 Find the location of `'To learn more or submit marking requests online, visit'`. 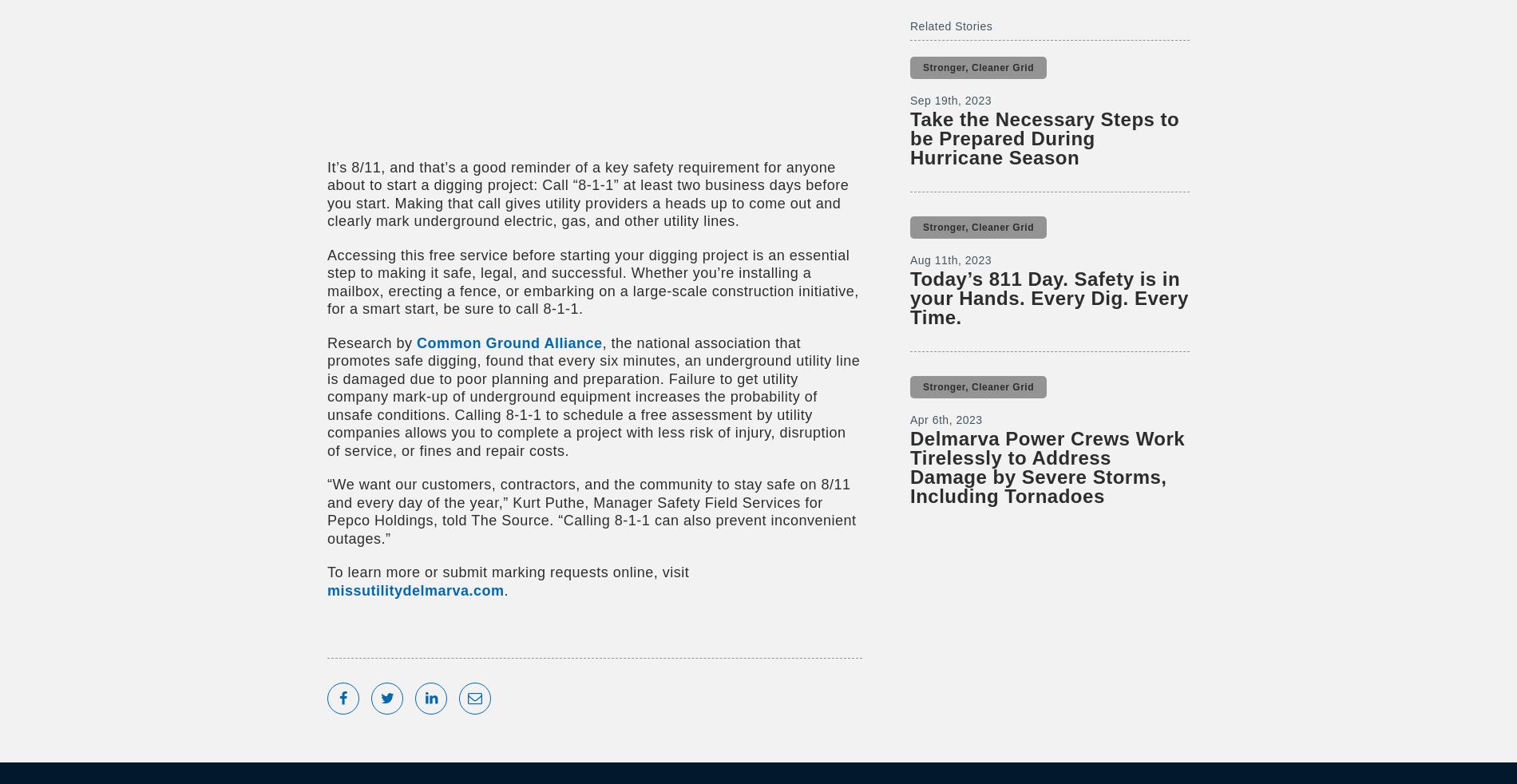

'To learn more or submit marking requests online, visit' is located at coordinates (508, 571).